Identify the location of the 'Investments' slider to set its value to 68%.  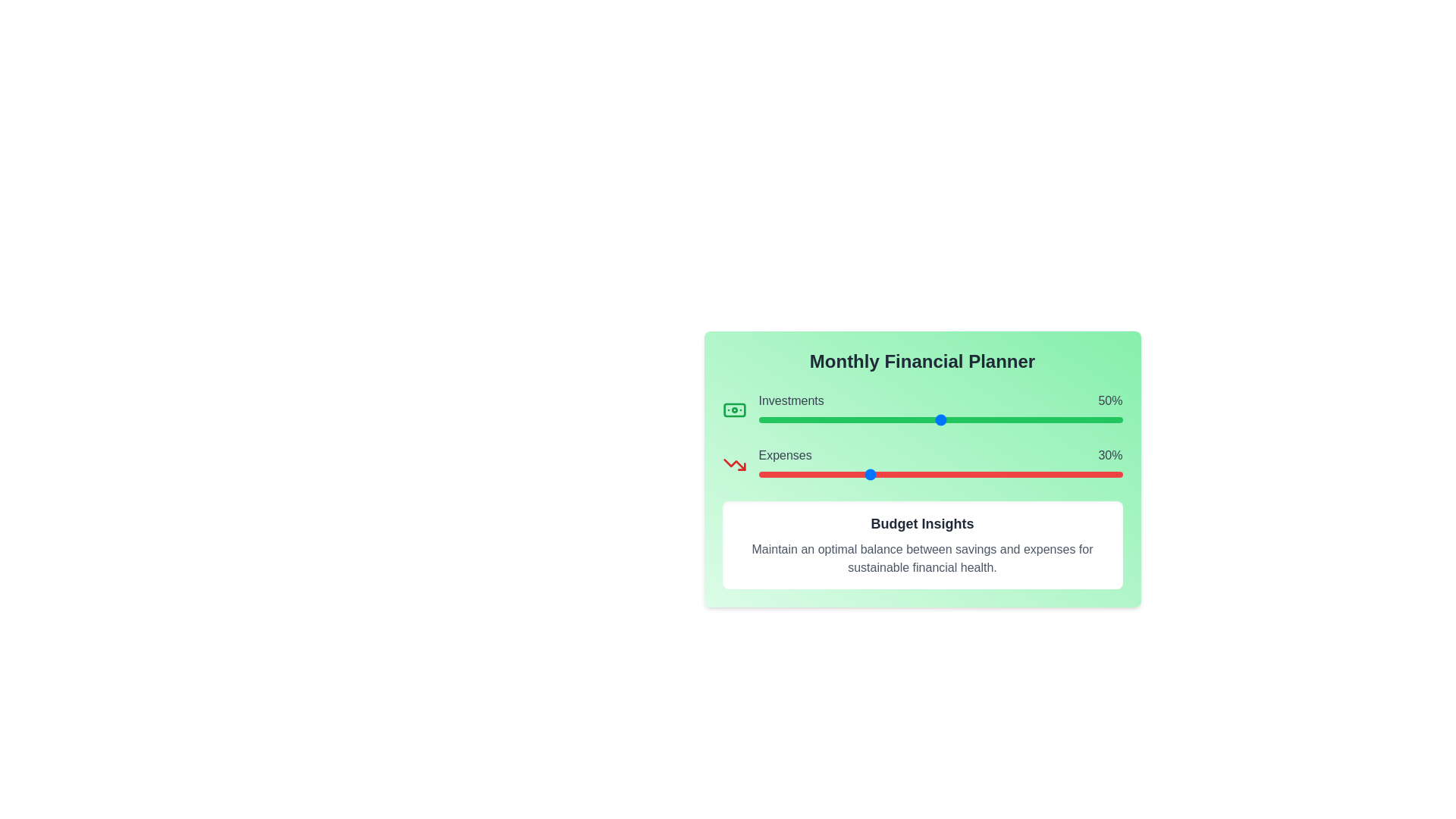
(1006, 420).